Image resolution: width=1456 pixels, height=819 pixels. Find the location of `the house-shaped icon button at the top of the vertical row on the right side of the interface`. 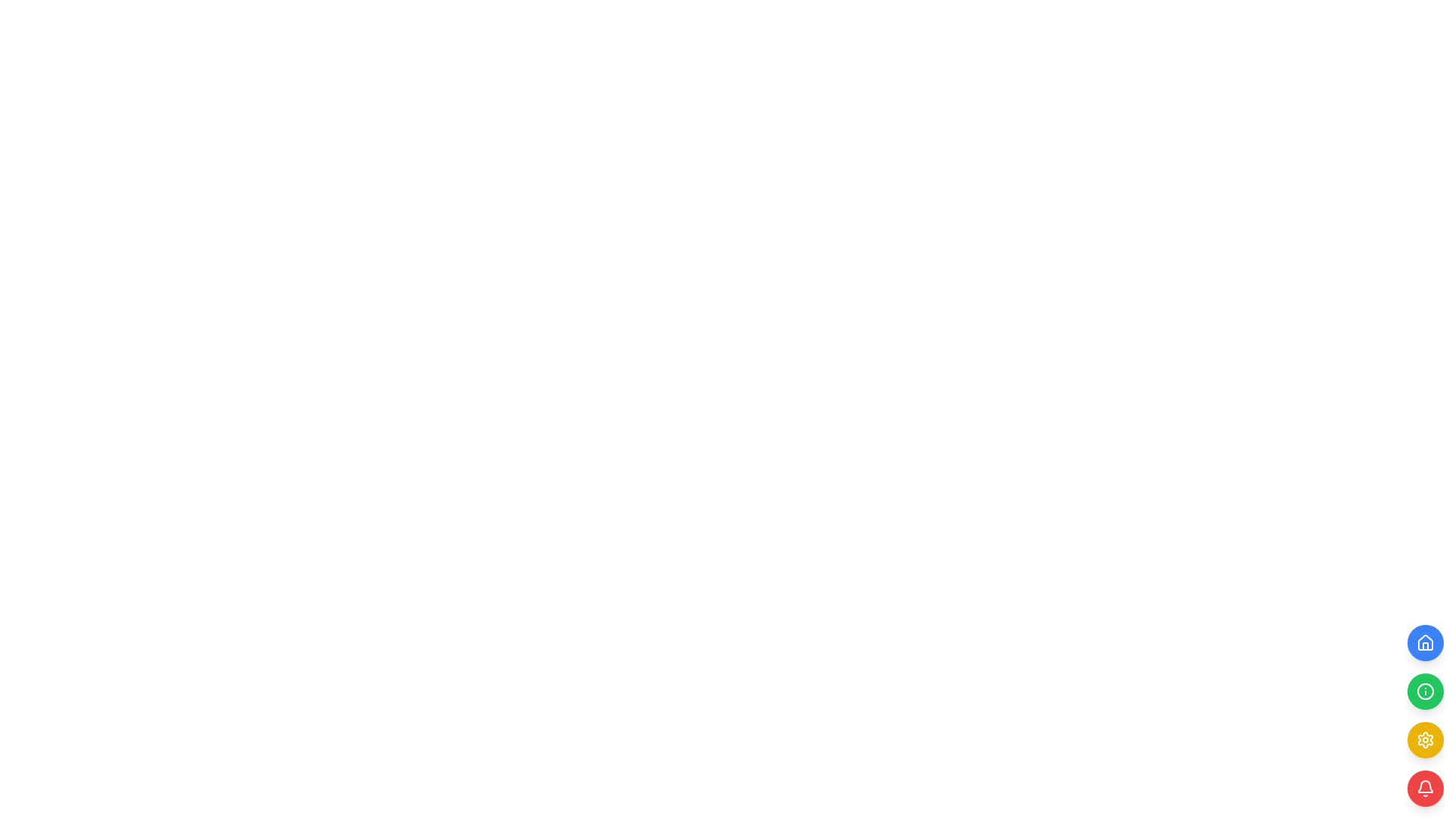

the house-shaped icon button at the top of the vertical row on the right side of the interface is located at coordinates (1425, 643).